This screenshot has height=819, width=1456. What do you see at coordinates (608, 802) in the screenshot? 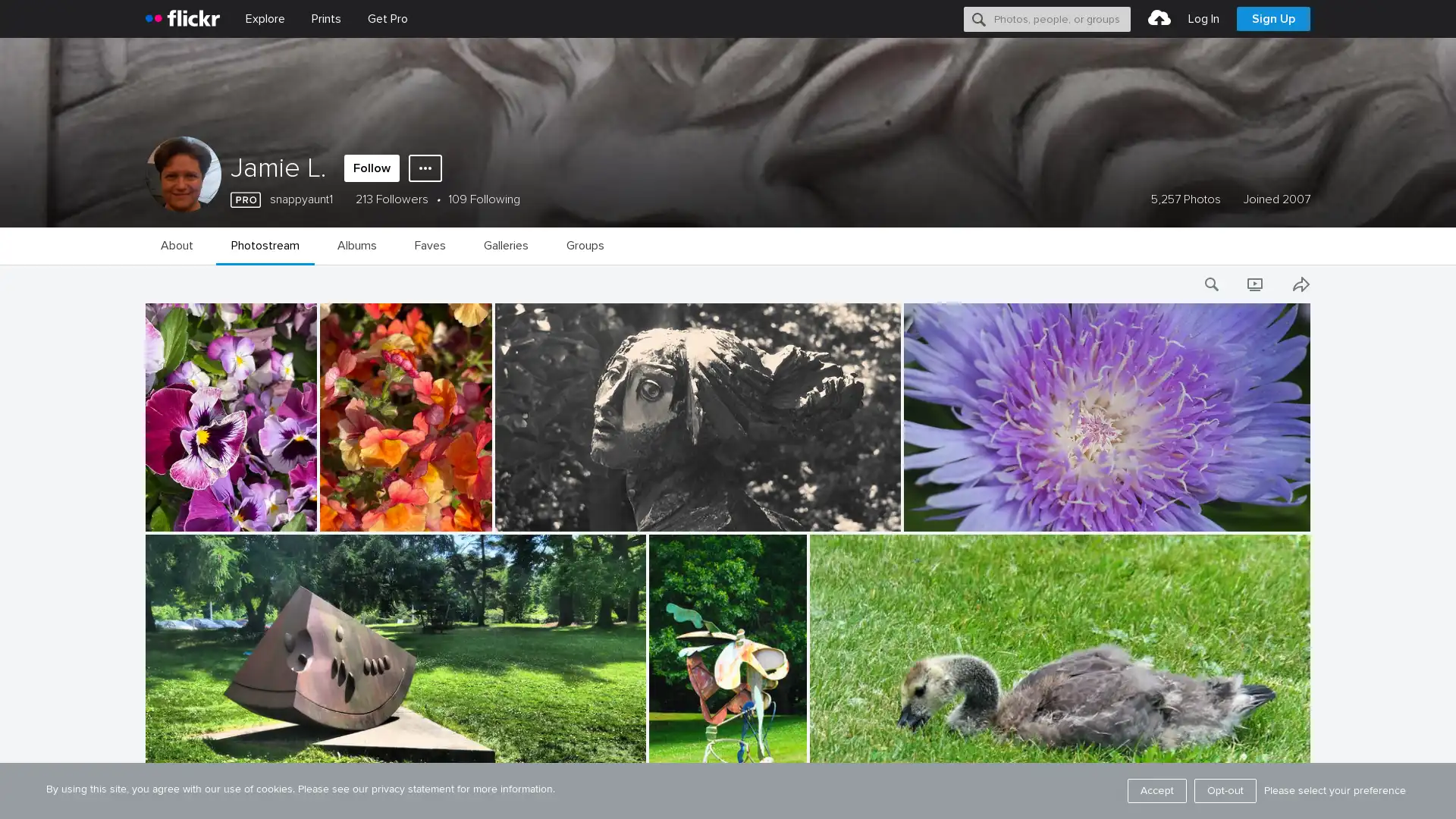
I see `Add to Favorites` at bounding box center [608, 802].